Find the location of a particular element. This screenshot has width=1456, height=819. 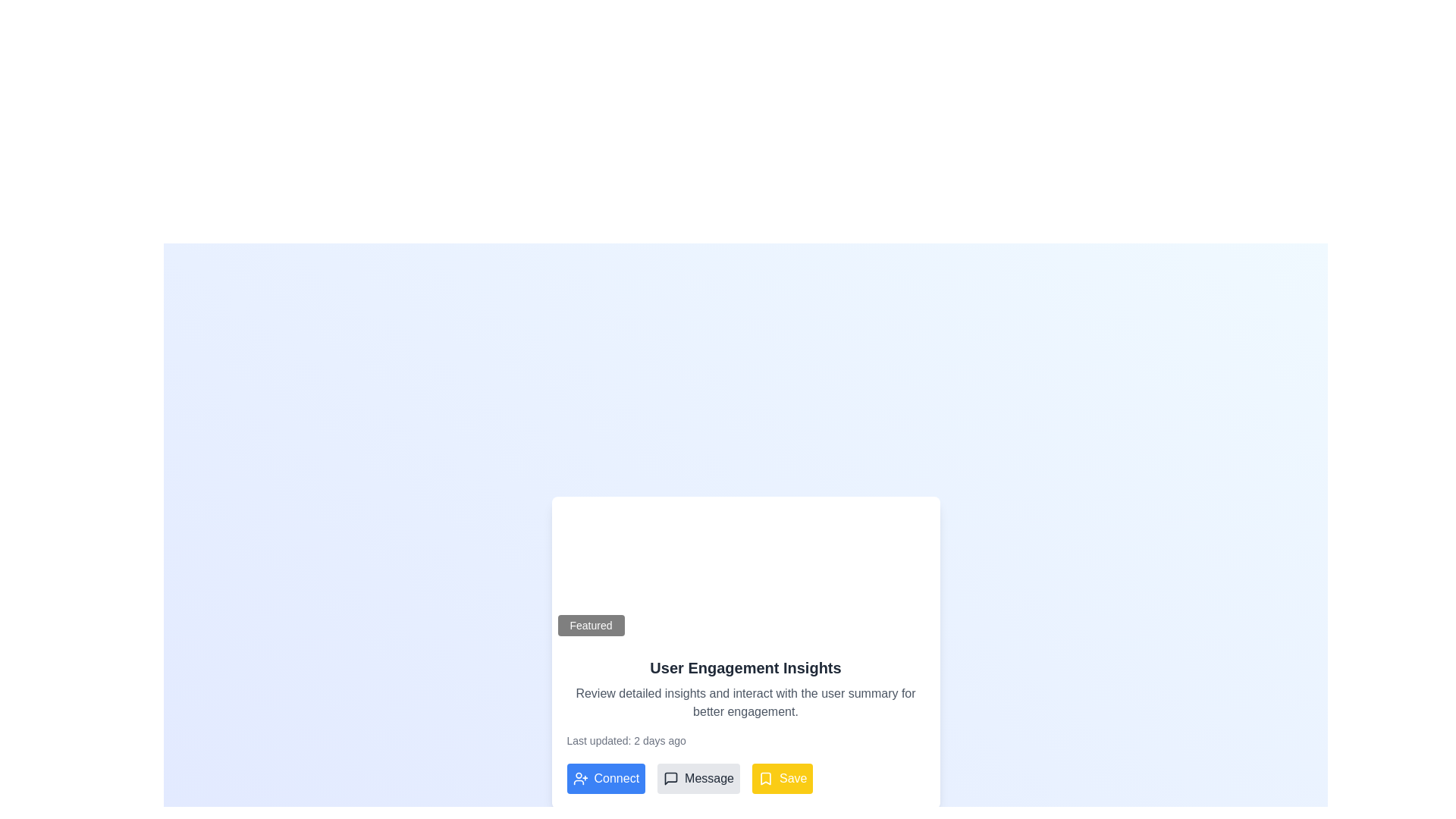

the SVG icon representing the 'Save' functionality located on the left within the 'Save' button, which is the rightmost button among the three buttons in the lower section of the card is located at coordinates (766, 778).